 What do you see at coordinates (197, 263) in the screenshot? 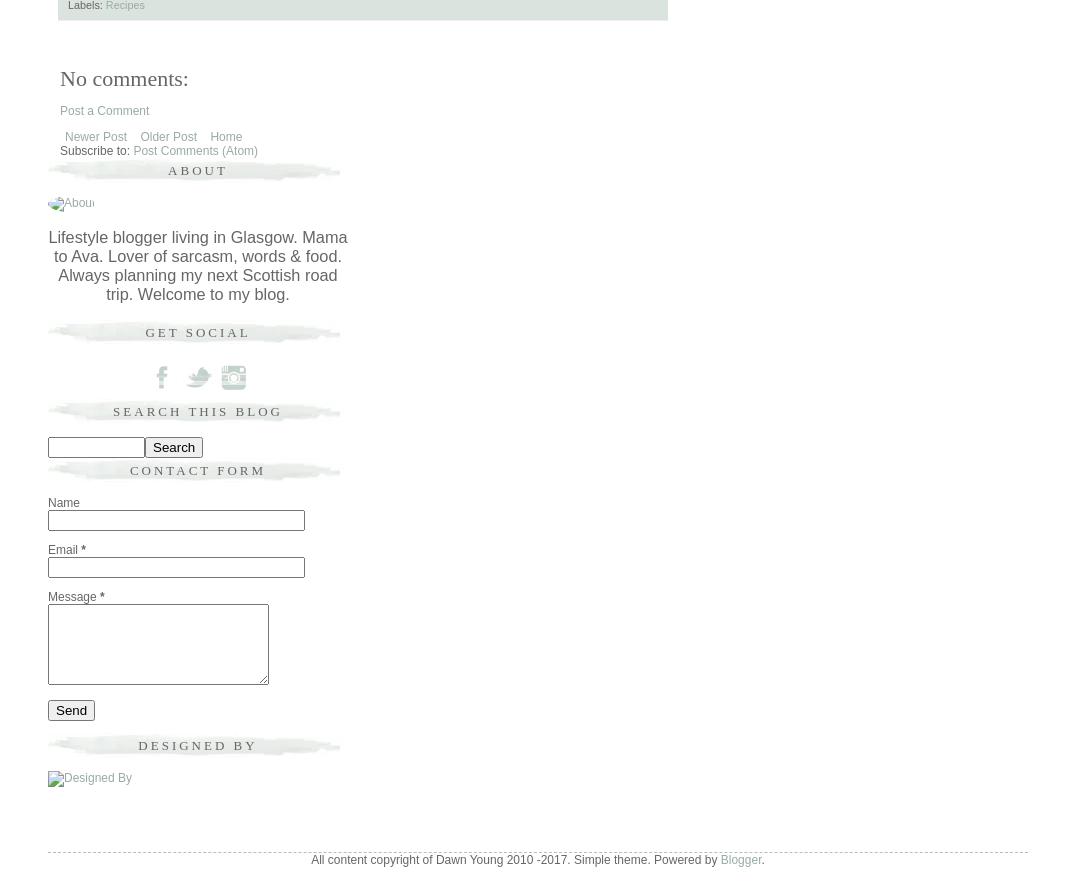
I see `'Lifestyle blogger living in Glasgow. Mama to Ava. Lover of sarcasm, words & food. Always planning my next Scottish road trip. Welcome to my blog.'` at bounding box center [197, 263].